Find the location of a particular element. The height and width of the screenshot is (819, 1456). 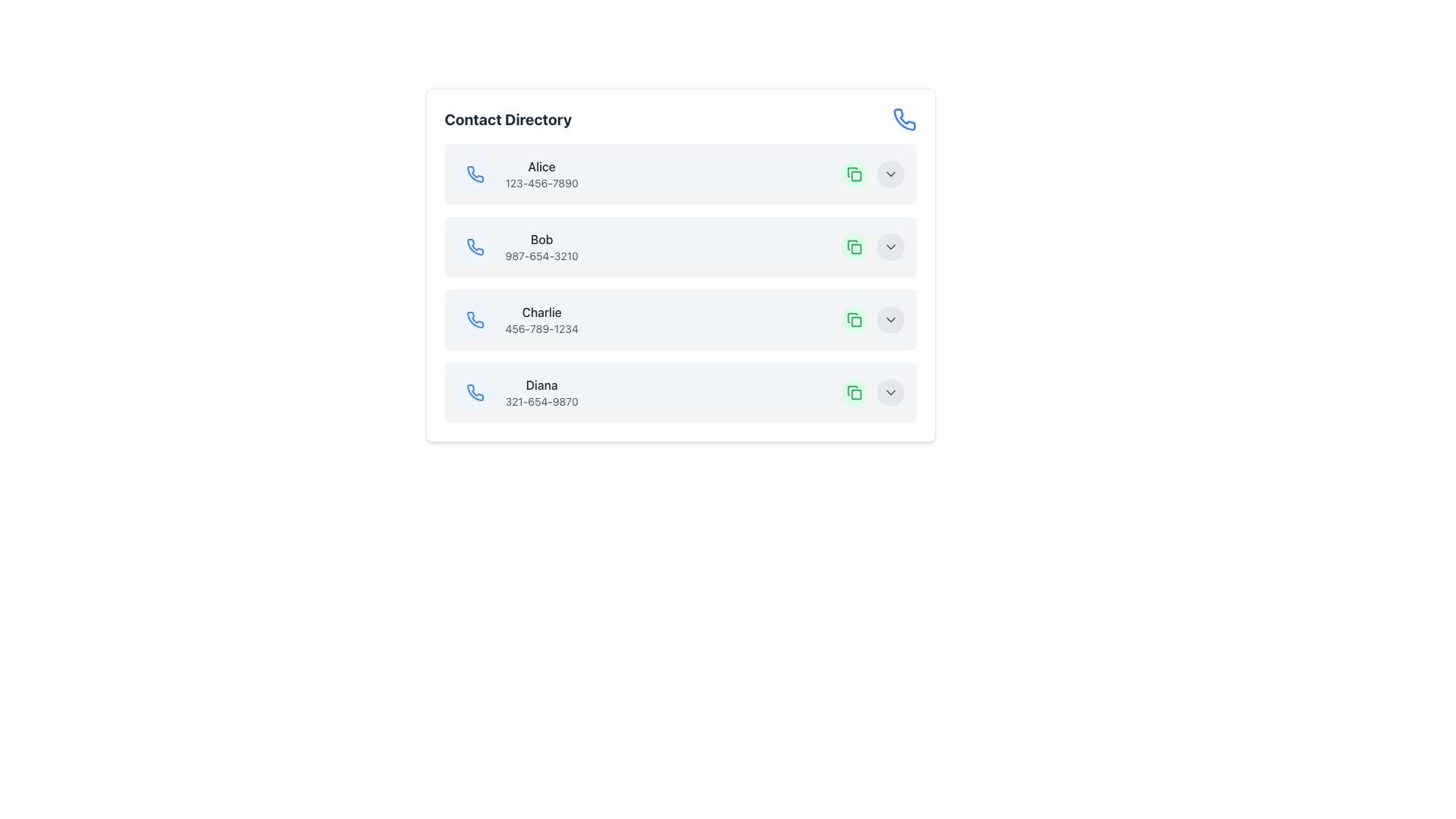

the status indicator button for the contact named 'Alice' located in the third column of the first row in the contact directory interface is located at coordinates (855, 175).